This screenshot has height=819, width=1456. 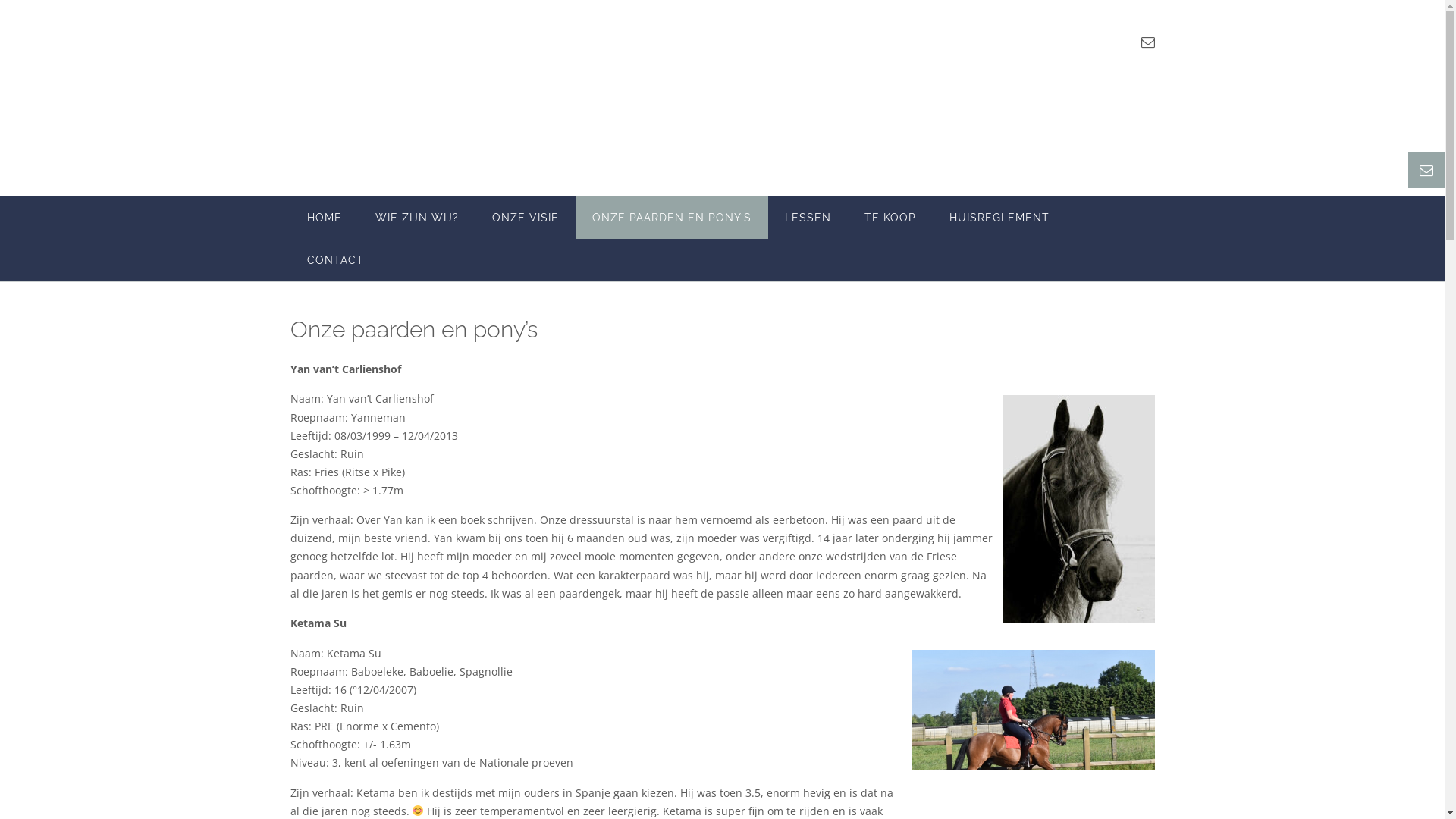 I want to click on 'CONTACT', so click(x=334, y=259).